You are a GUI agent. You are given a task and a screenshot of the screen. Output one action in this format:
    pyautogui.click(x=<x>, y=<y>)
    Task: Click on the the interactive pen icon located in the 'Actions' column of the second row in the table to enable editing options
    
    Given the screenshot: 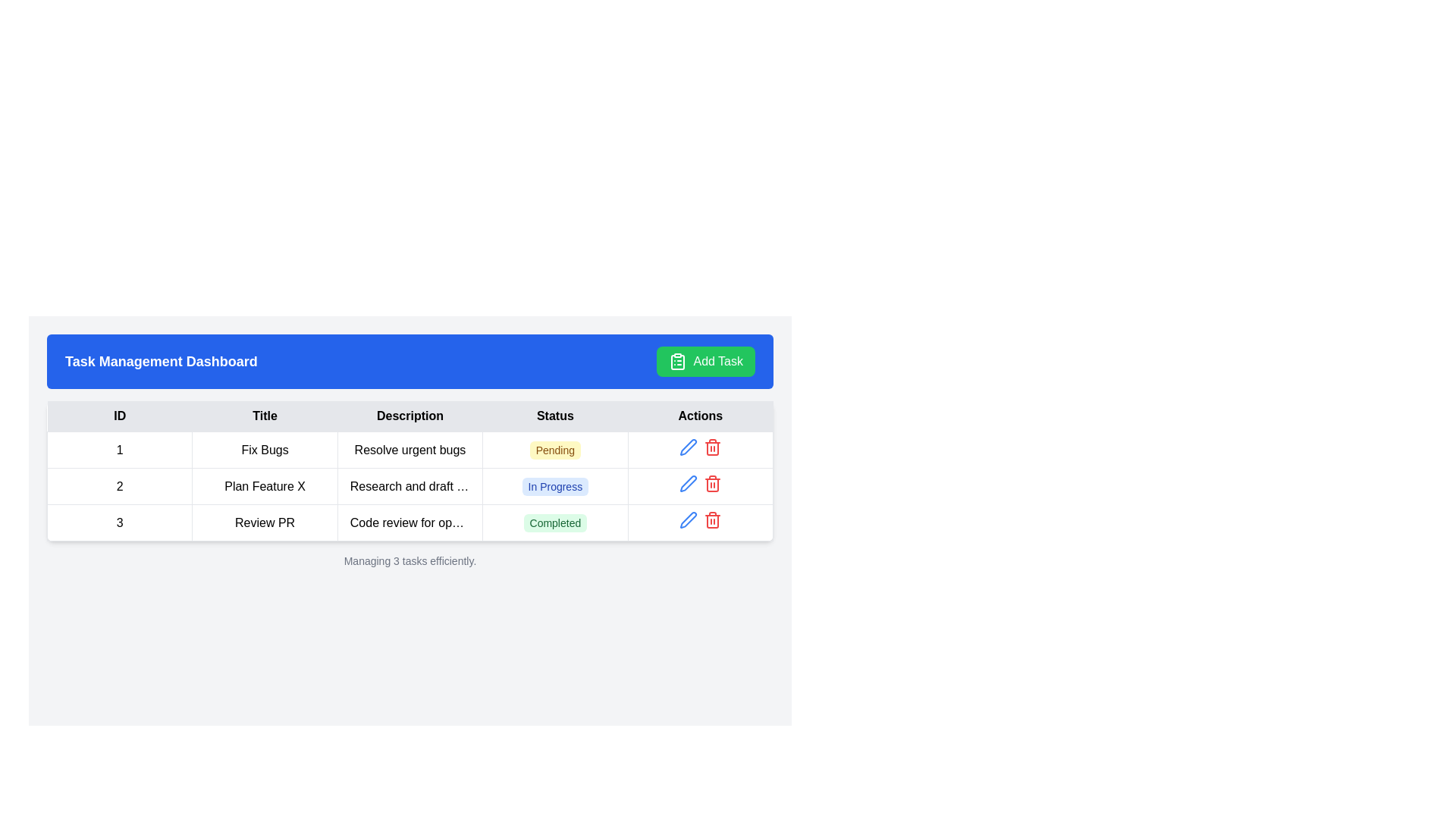 What is the action you would take?
    pyautogui.click(x=687, y=447)
    